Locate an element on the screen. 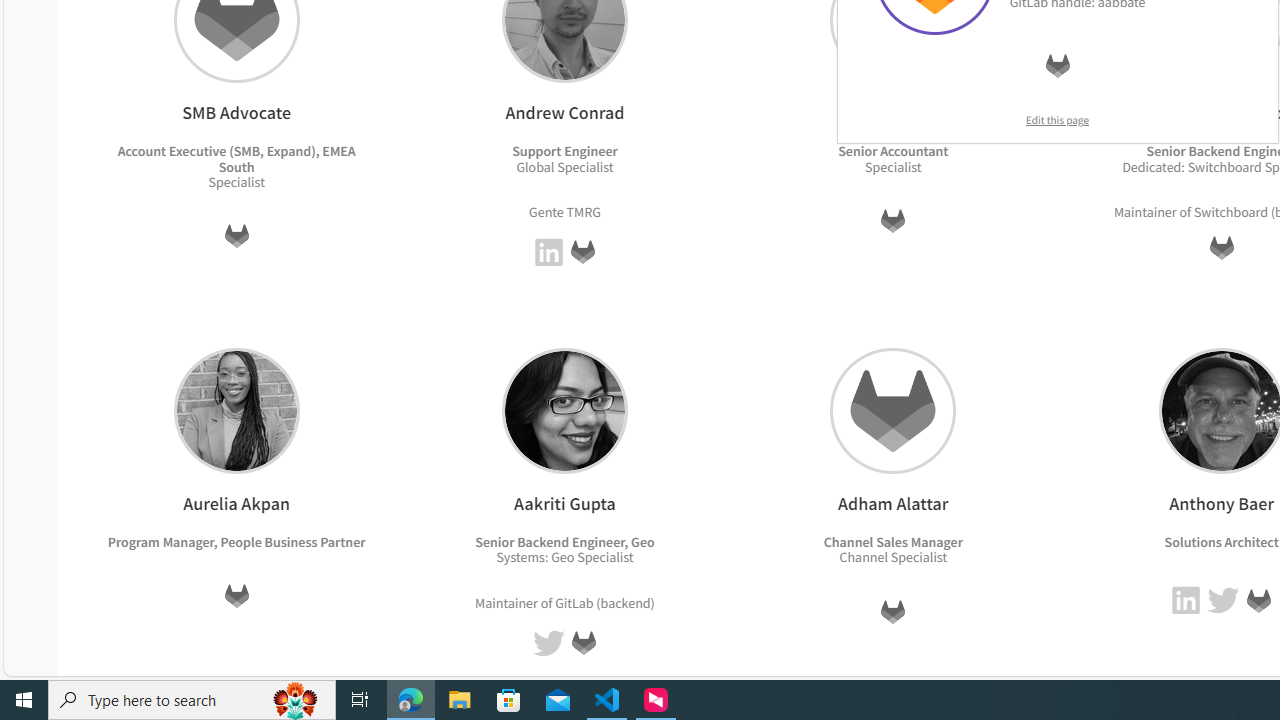 This screenshot has height=720, width=1280. 'Account Executive (SMB, Expand), EMEA South' is located at coordinates (236, 157).